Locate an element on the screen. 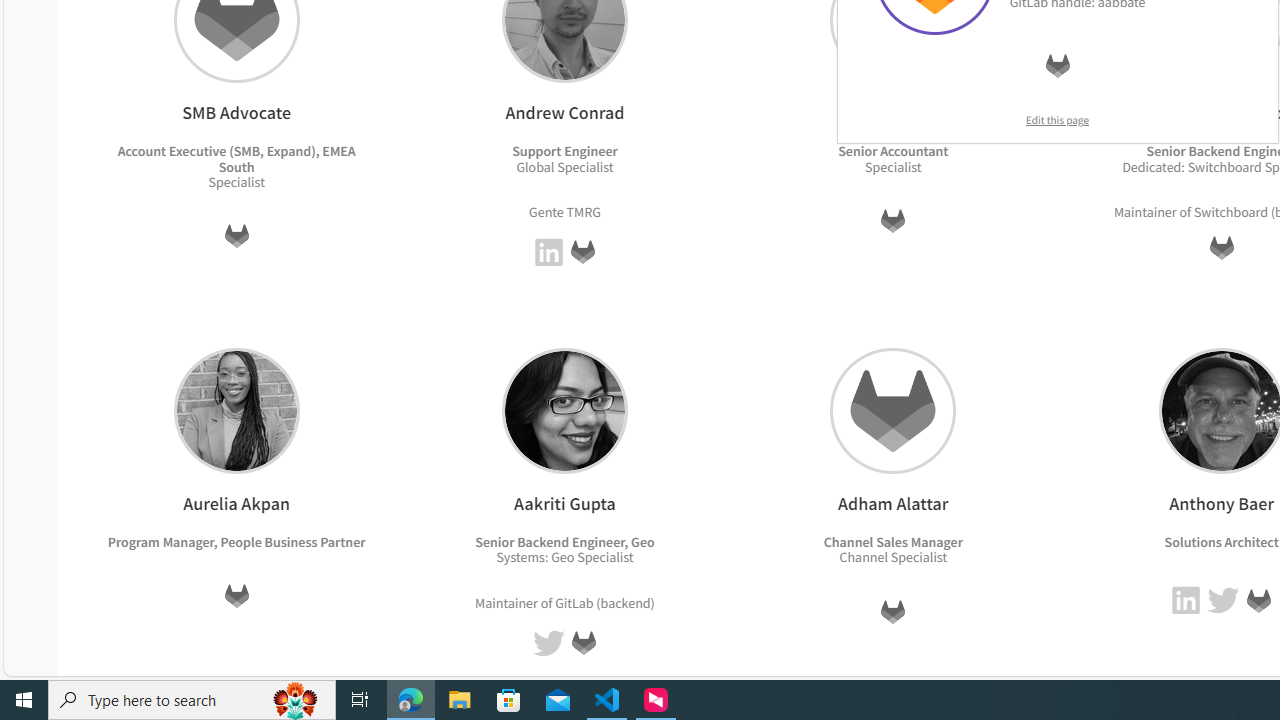 This screenshot has height=720, width=1280. 'Account Executive (SMB, Expand), EMEA South' is located at coordinates (236, 157).